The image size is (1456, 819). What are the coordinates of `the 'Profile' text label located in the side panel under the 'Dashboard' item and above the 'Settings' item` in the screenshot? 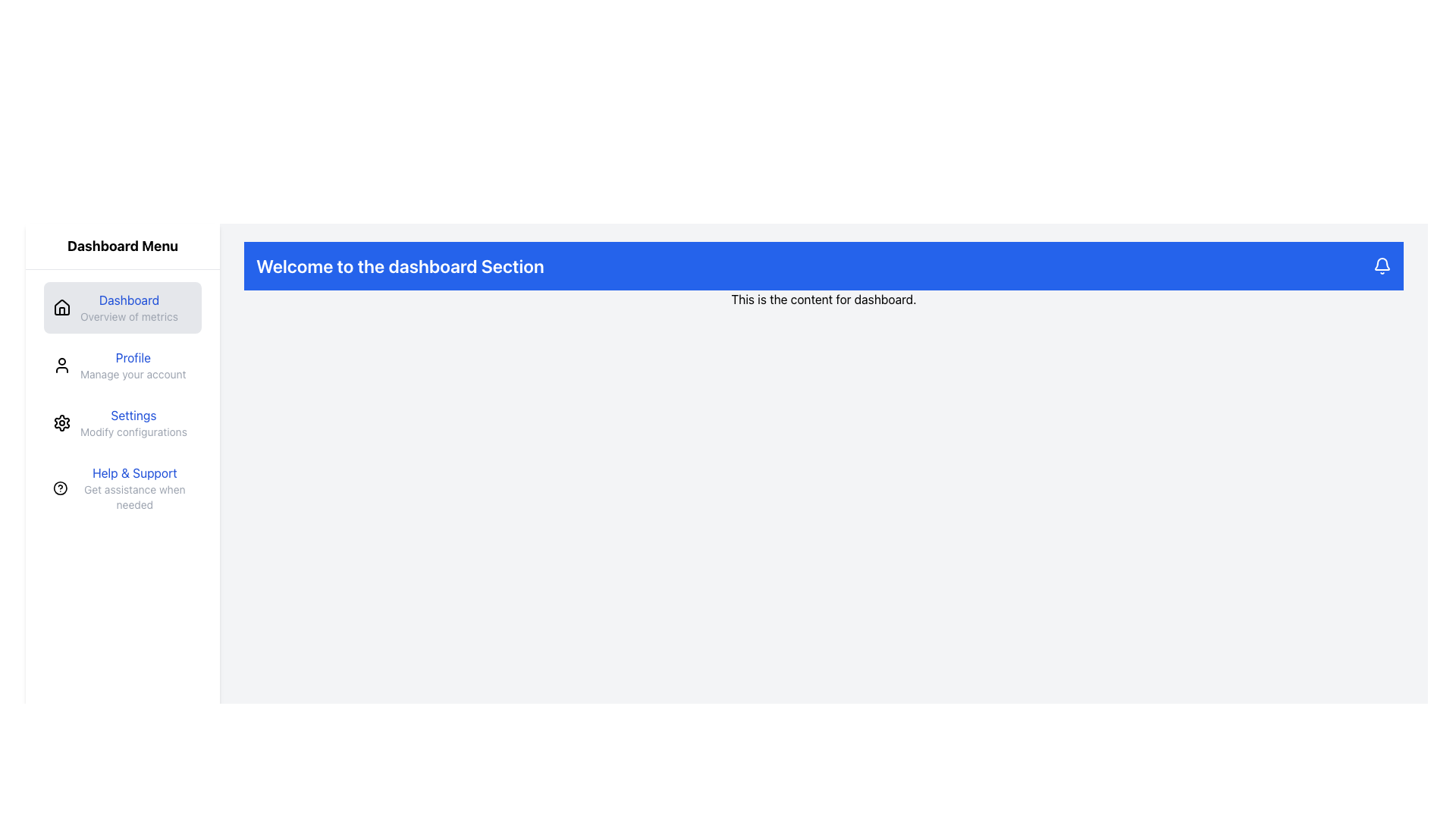 It's located at (133, 366).